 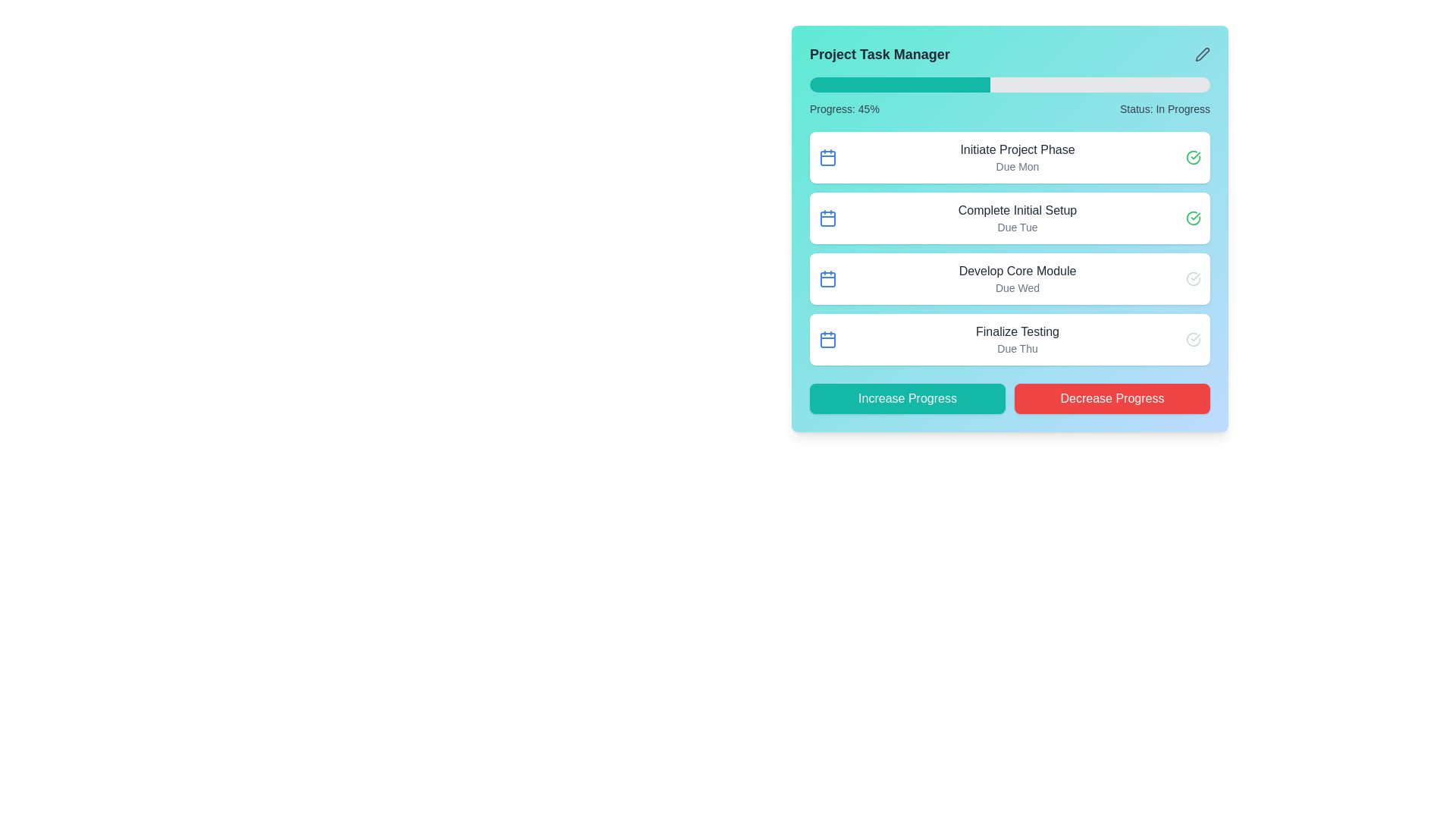 What do you see at coordinates (907, 397) in the screenshot?
I see `the first button located at the bottom-left corner of the 'Project Task Manager' interface` at bounding box center [907, 397].